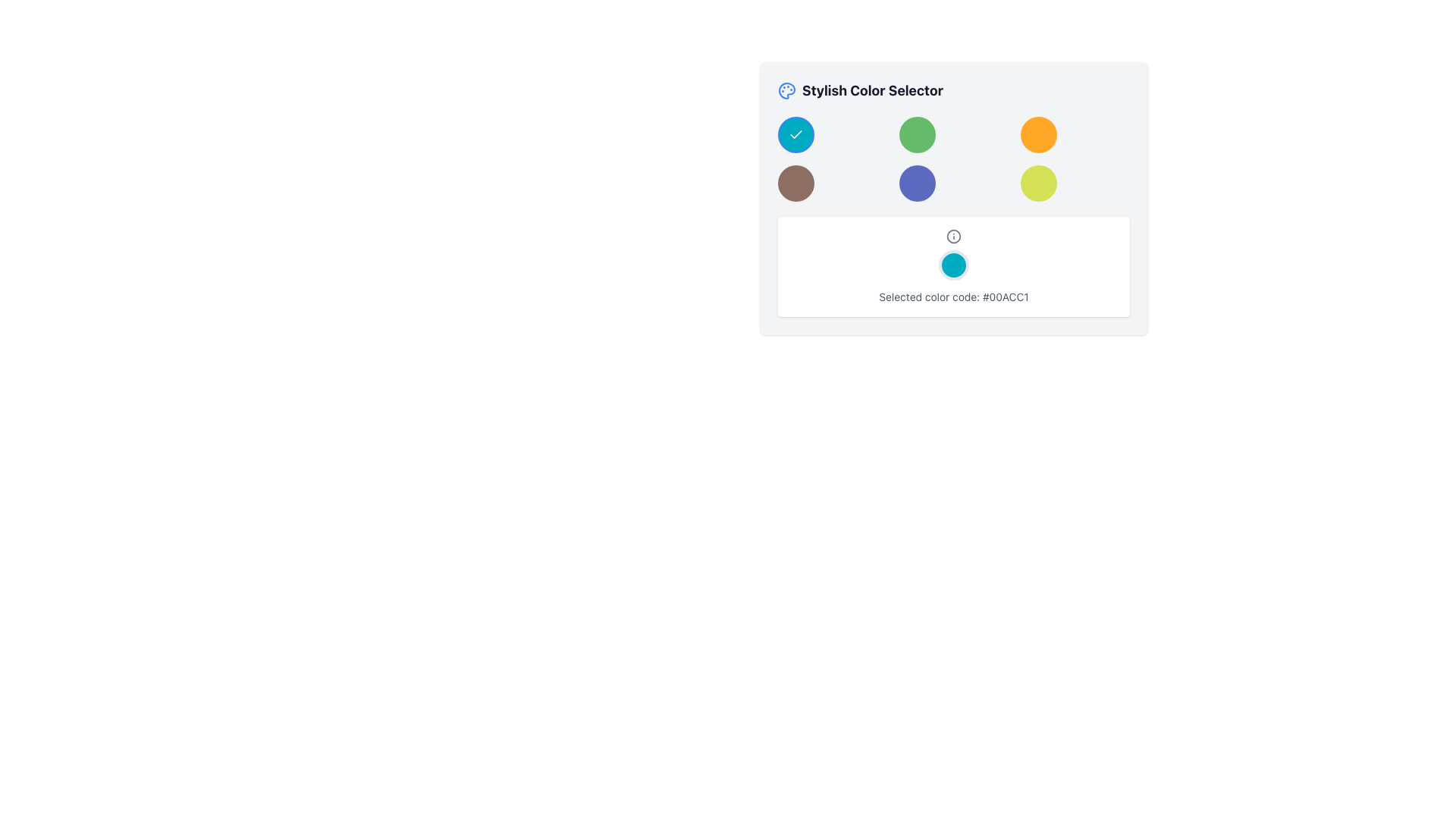 The width and height of the screenshot is (1456, 819). Describe the element at coordinates (786, 90) in the screenshot. I see `the decorative icon representing the Stylish Color Selector, which is the first element in the group located at the top of the interface` at that location.